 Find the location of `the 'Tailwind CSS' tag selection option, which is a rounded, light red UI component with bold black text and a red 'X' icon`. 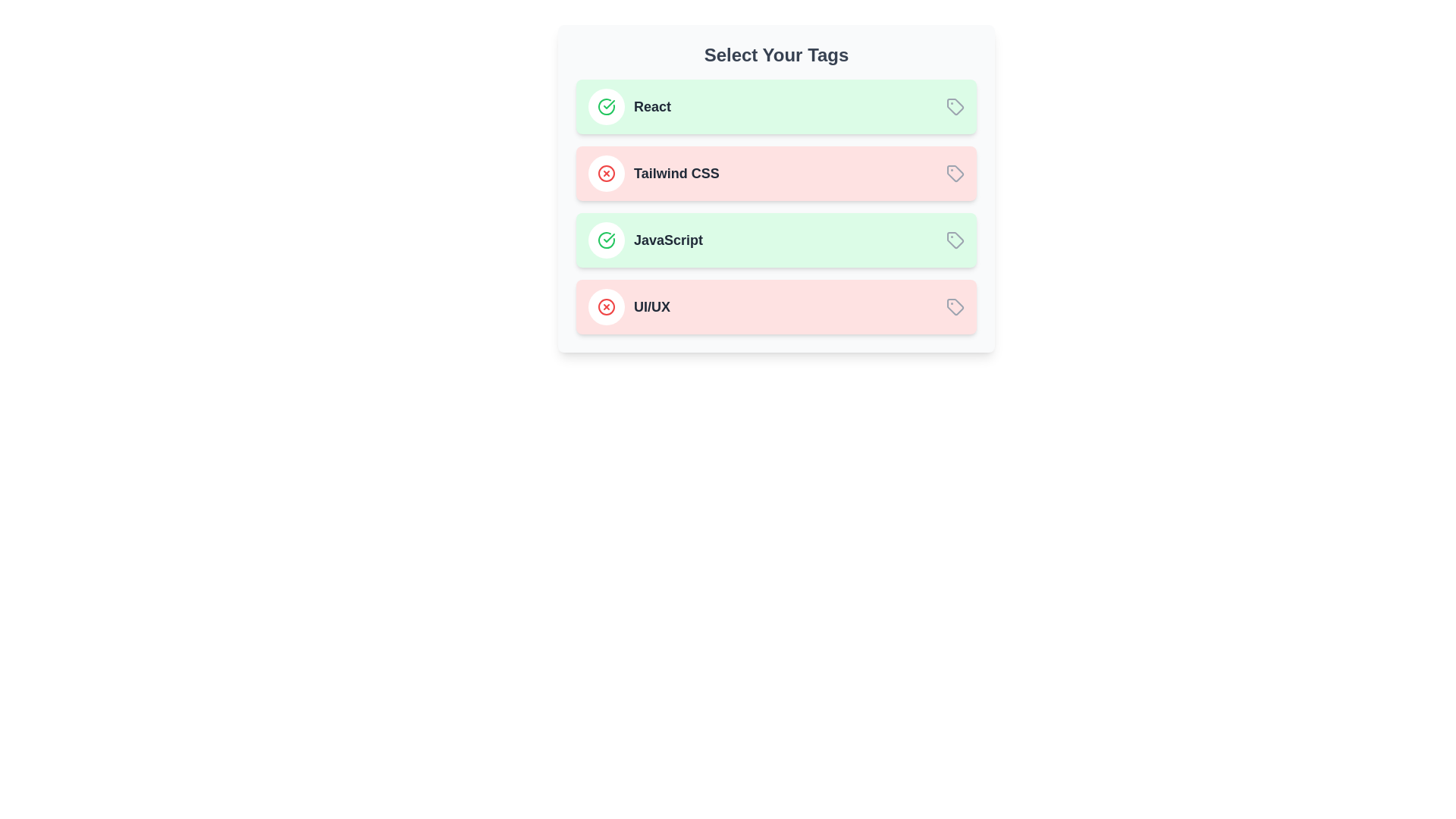

the 'Tailwind CSS' tag selection option, which is a rounded, light red UI component with bold black text and a red 'X' icon is located at coordinates (776, 172).